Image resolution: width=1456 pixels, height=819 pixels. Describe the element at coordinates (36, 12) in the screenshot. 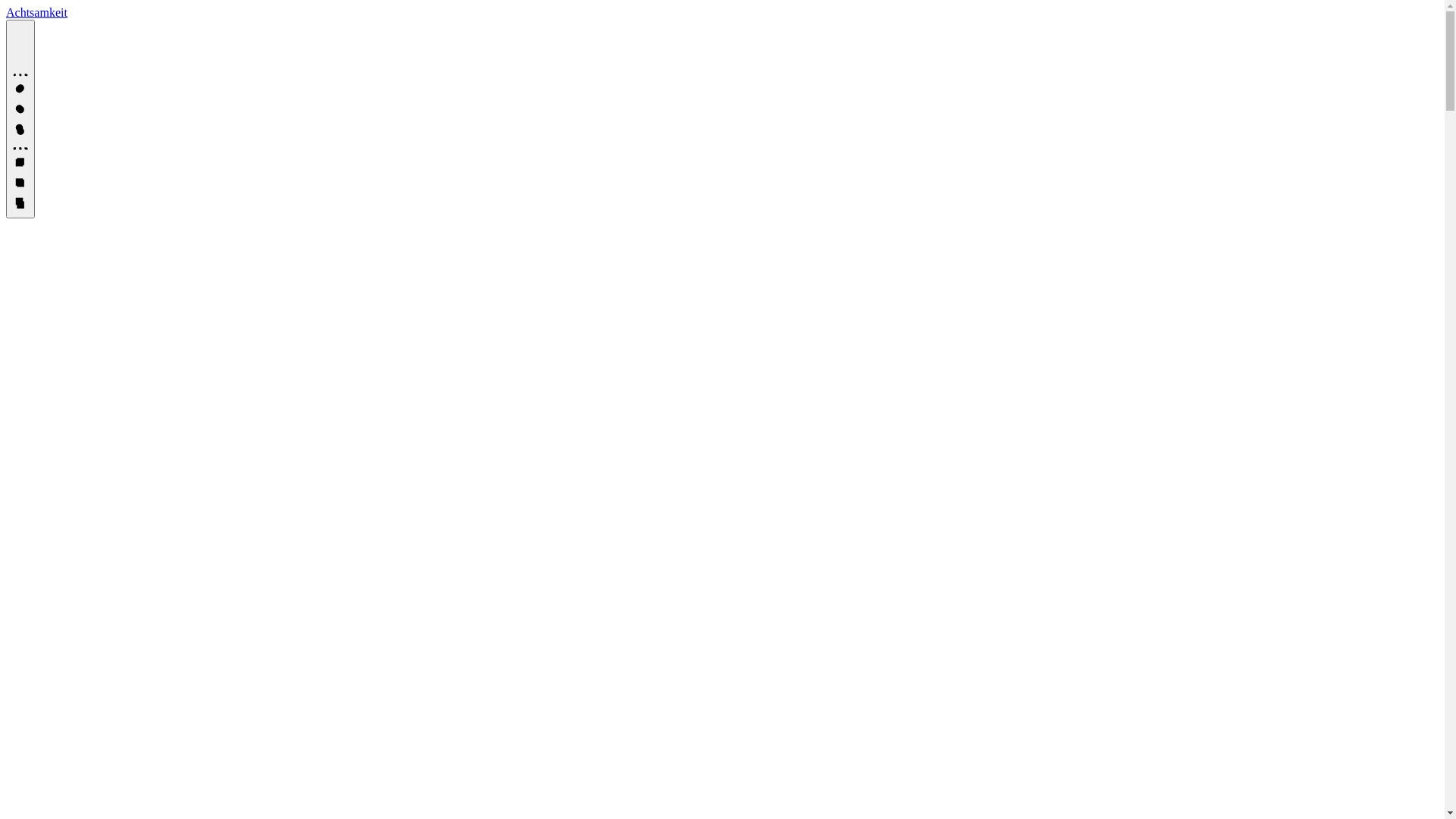

I see `'Achtsamkeit'` at that location.